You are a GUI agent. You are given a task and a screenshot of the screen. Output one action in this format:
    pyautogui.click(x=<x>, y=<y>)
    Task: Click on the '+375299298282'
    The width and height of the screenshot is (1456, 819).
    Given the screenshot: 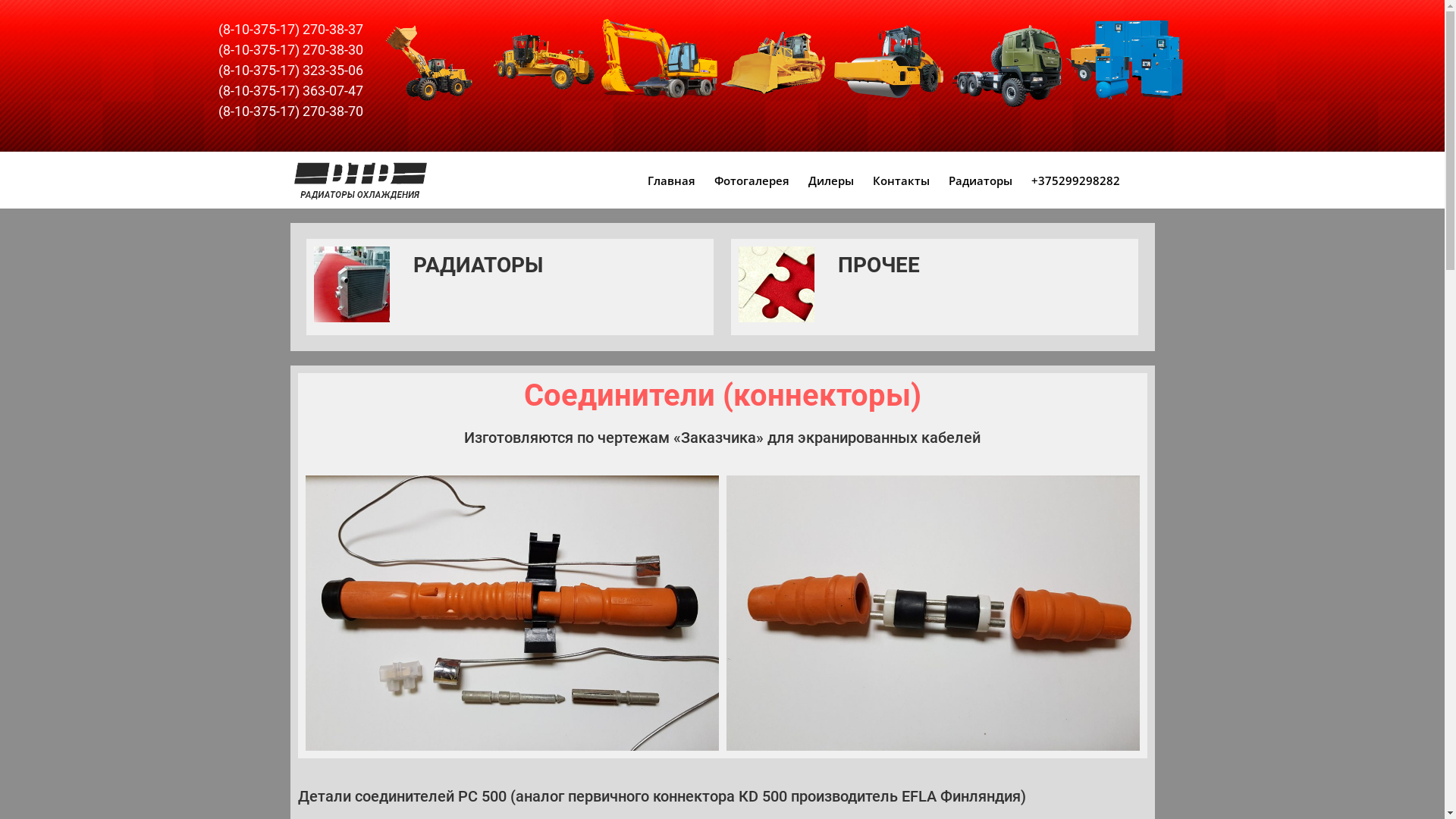 What is the action you would take?
    pyautogui.click(x=1075, y=178)
    